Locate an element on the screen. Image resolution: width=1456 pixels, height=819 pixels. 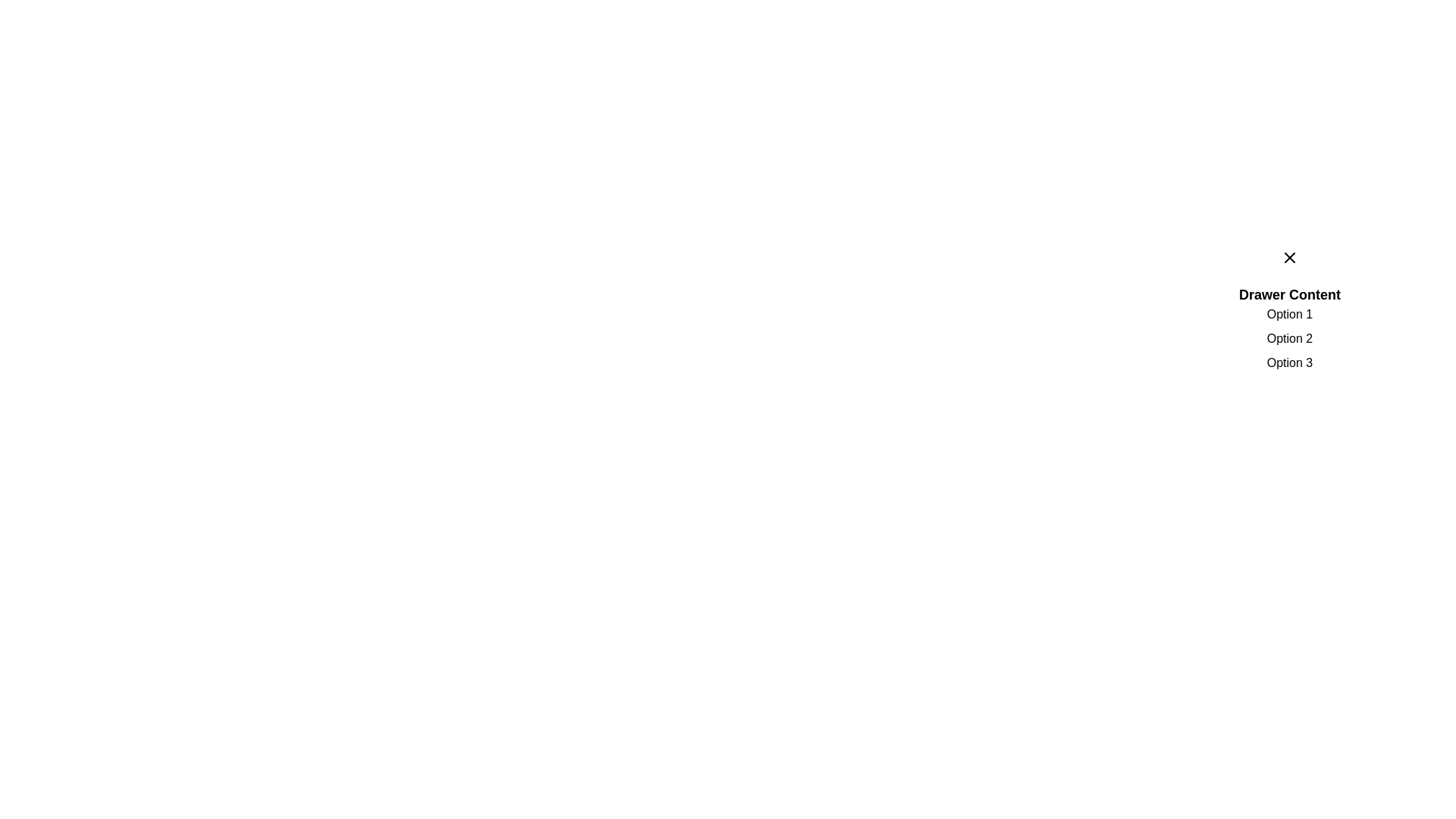
the third button in the vertically arranged list of options in the 'Drawer Content' section is located at coordinates (1288, 362).